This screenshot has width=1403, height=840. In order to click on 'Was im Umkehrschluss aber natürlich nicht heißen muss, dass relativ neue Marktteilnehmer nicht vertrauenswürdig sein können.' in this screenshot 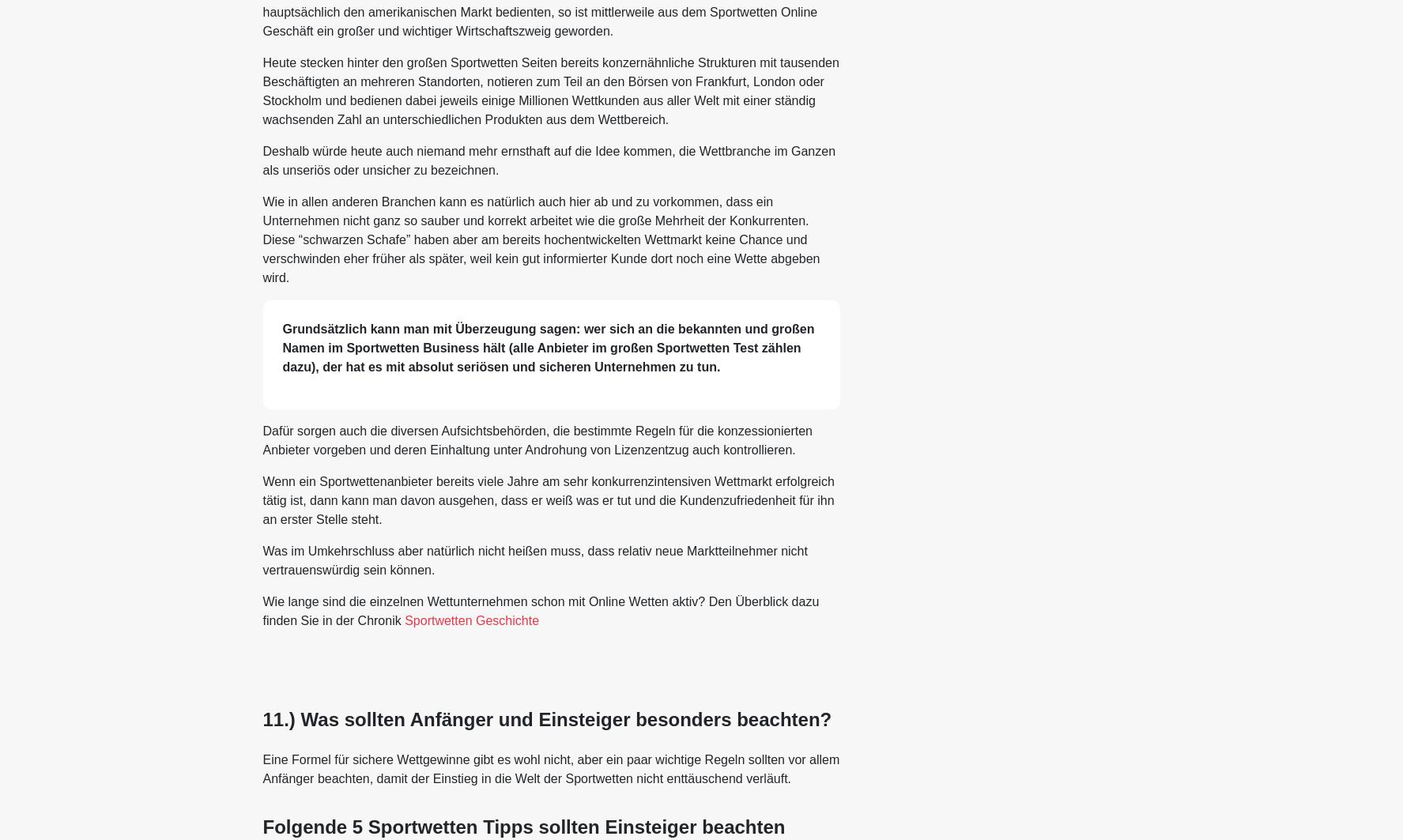, I will do `click(534, 559)`.